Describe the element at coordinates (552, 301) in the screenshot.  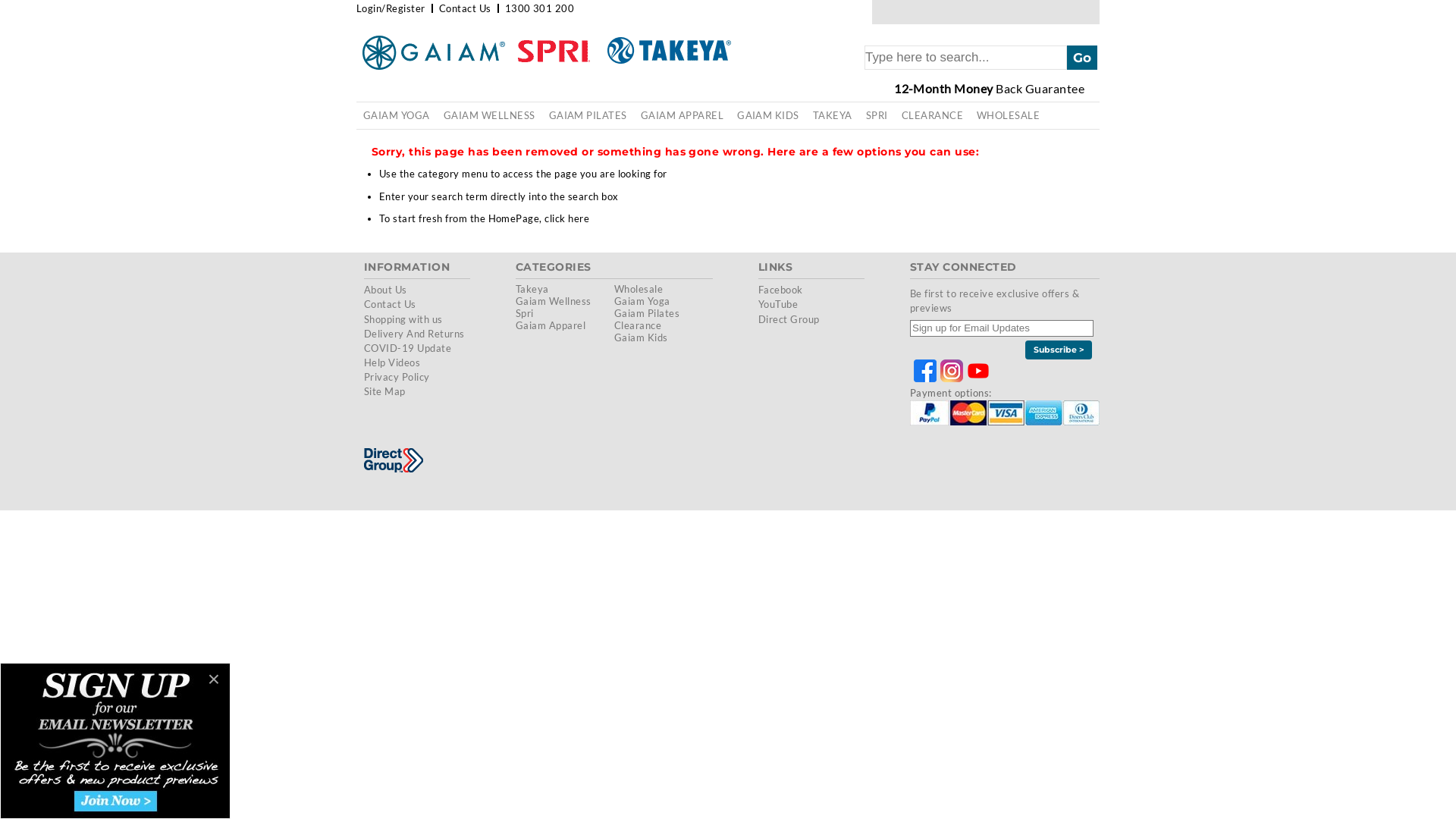
I see `'Gaiam Wellness'` at that location.